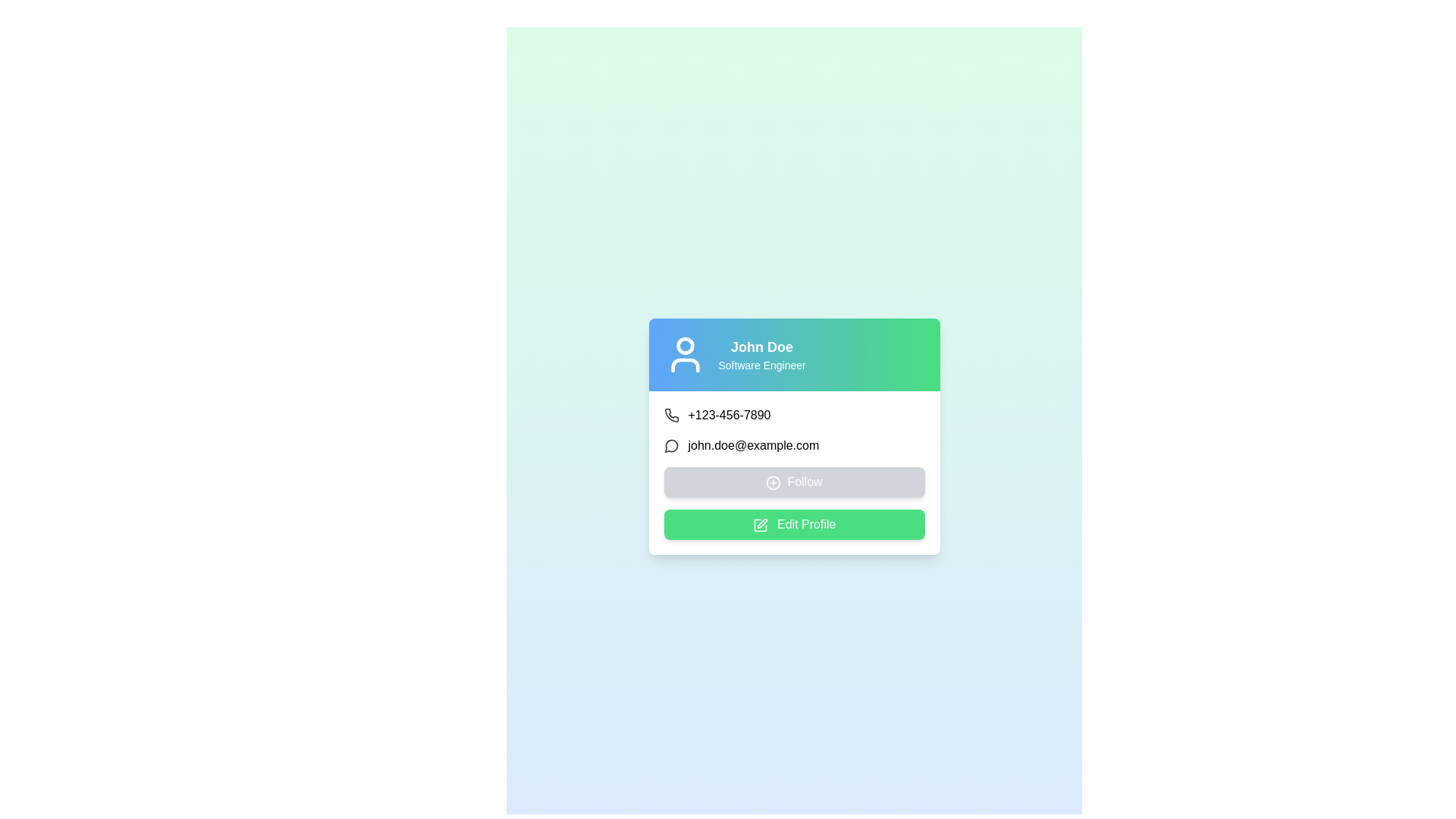 The height and width of the screenshot is (819, 1456). Describe the element at coordinates (773, 482) in the screenshot. I see `Circle element within the SVG graphic that represents the add action related to the 'Follow' button functionality` at that location.